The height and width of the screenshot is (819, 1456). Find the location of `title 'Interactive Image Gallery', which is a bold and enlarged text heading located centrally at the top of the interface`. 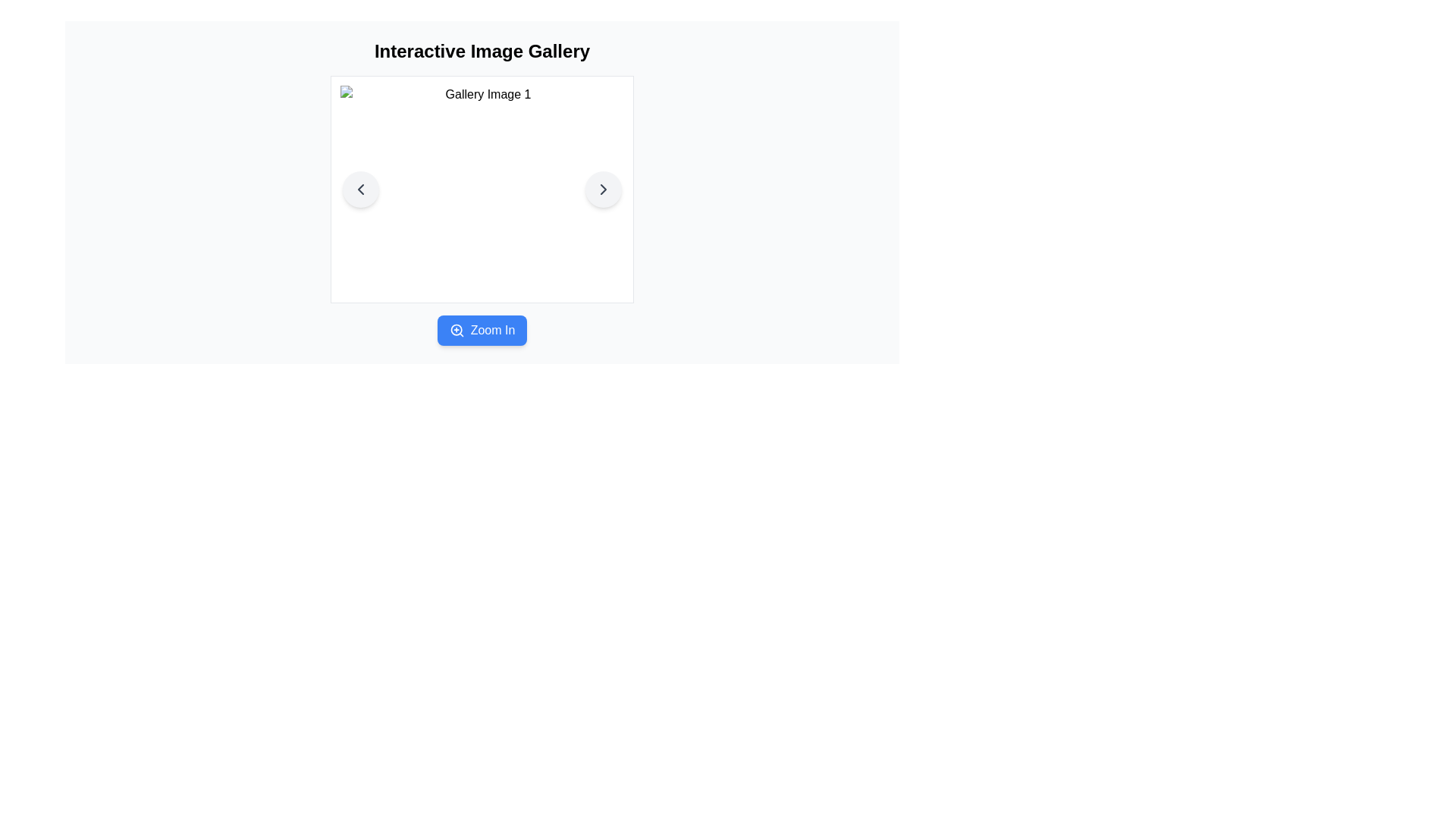

title 'Interactive Image Gallery', which is a bold and enlarged text heading located centrally at the top of the interface is located at coordinates (481, 51).